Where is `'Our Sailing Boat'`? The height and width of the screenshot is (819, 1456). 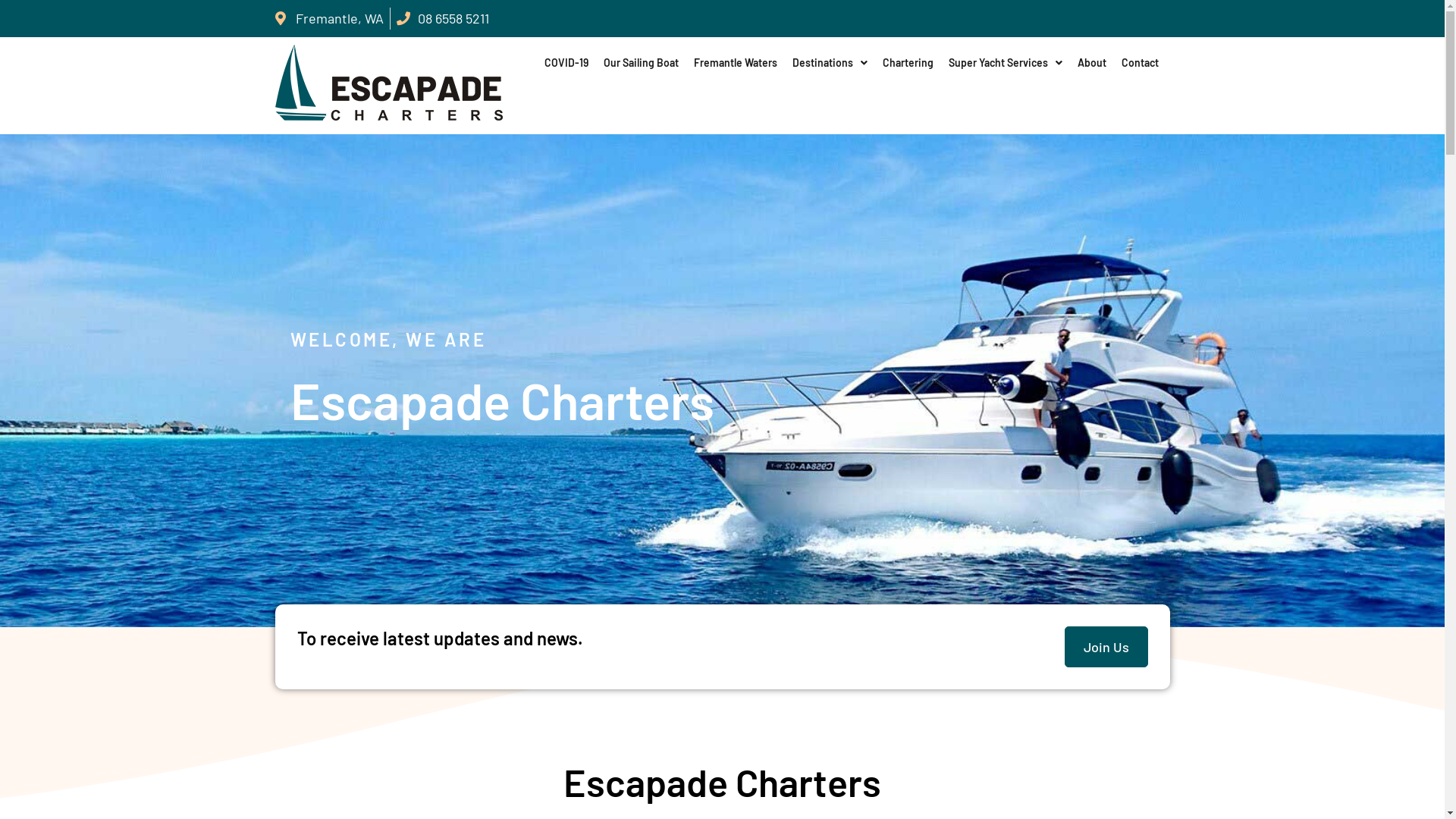 'Our Sailing Boat' is located at coordinates (641, 62).